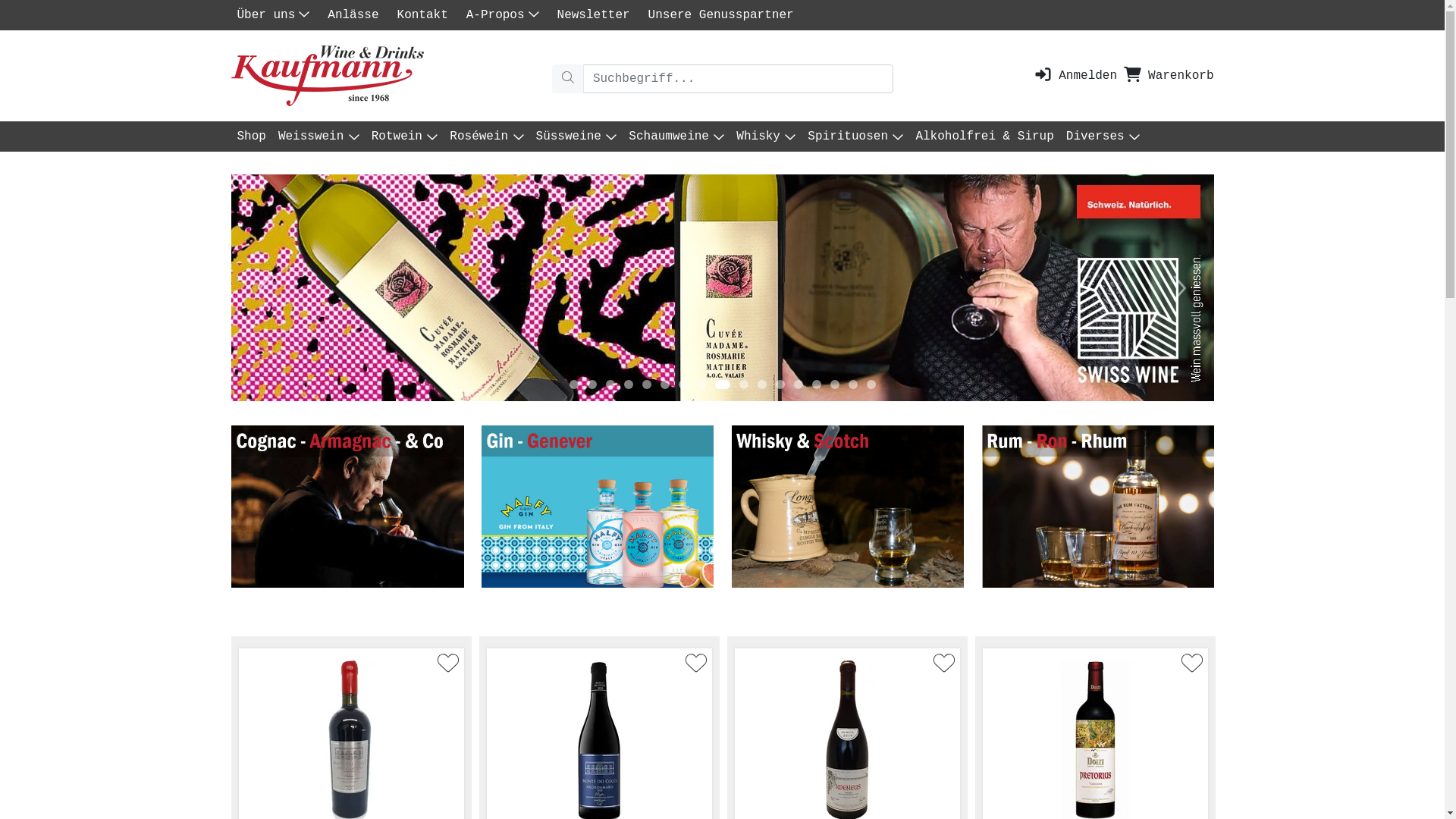  What do you see at coordinates (596, 14) in the screenshot?
I see `'Newsletter'` at bounding box center [596, 14].